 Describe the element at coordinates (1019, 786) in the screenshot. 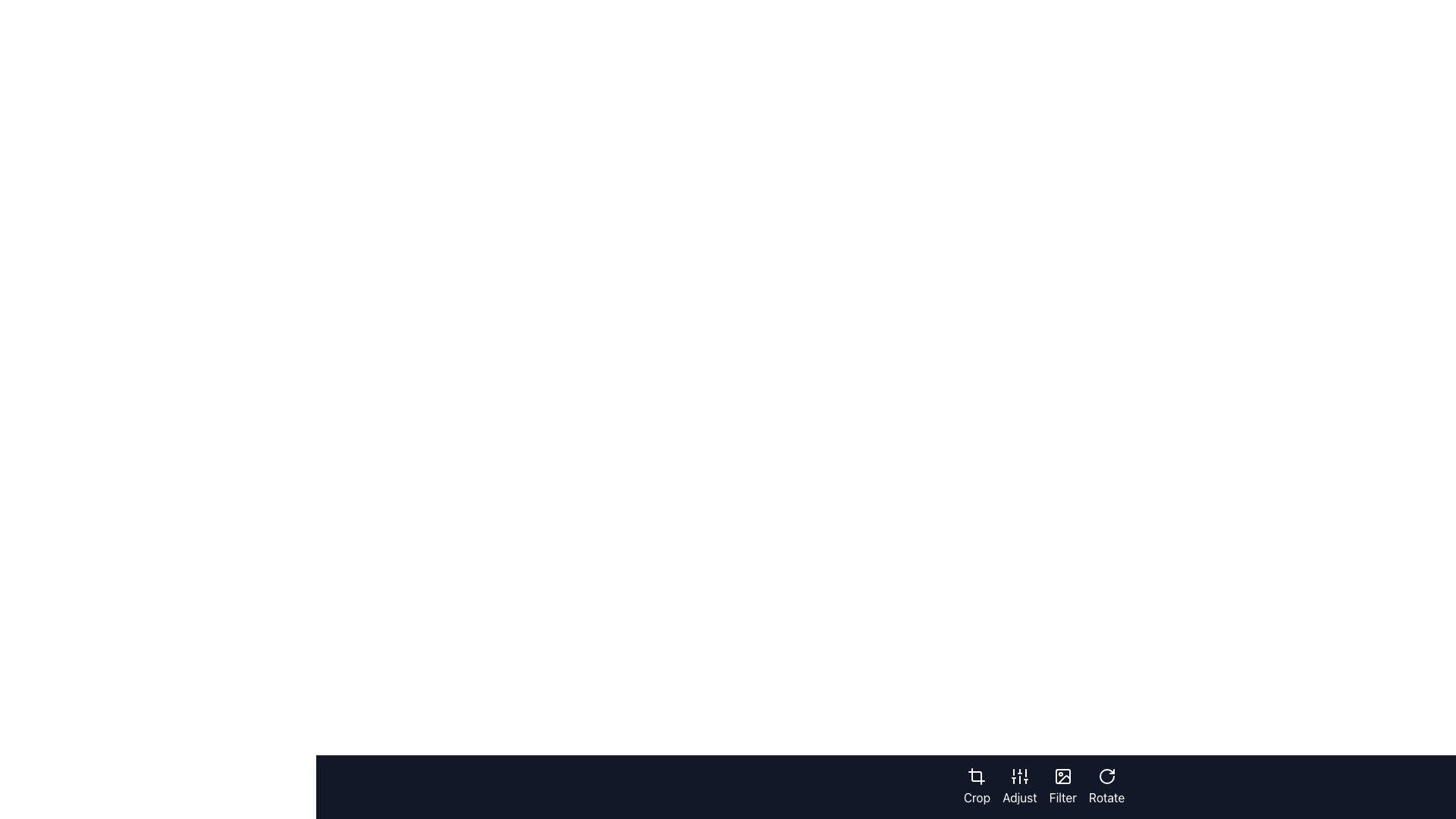

I see `the 'Adjust' button with an icon of vertical sliders in a bottom toolbar` at that location.